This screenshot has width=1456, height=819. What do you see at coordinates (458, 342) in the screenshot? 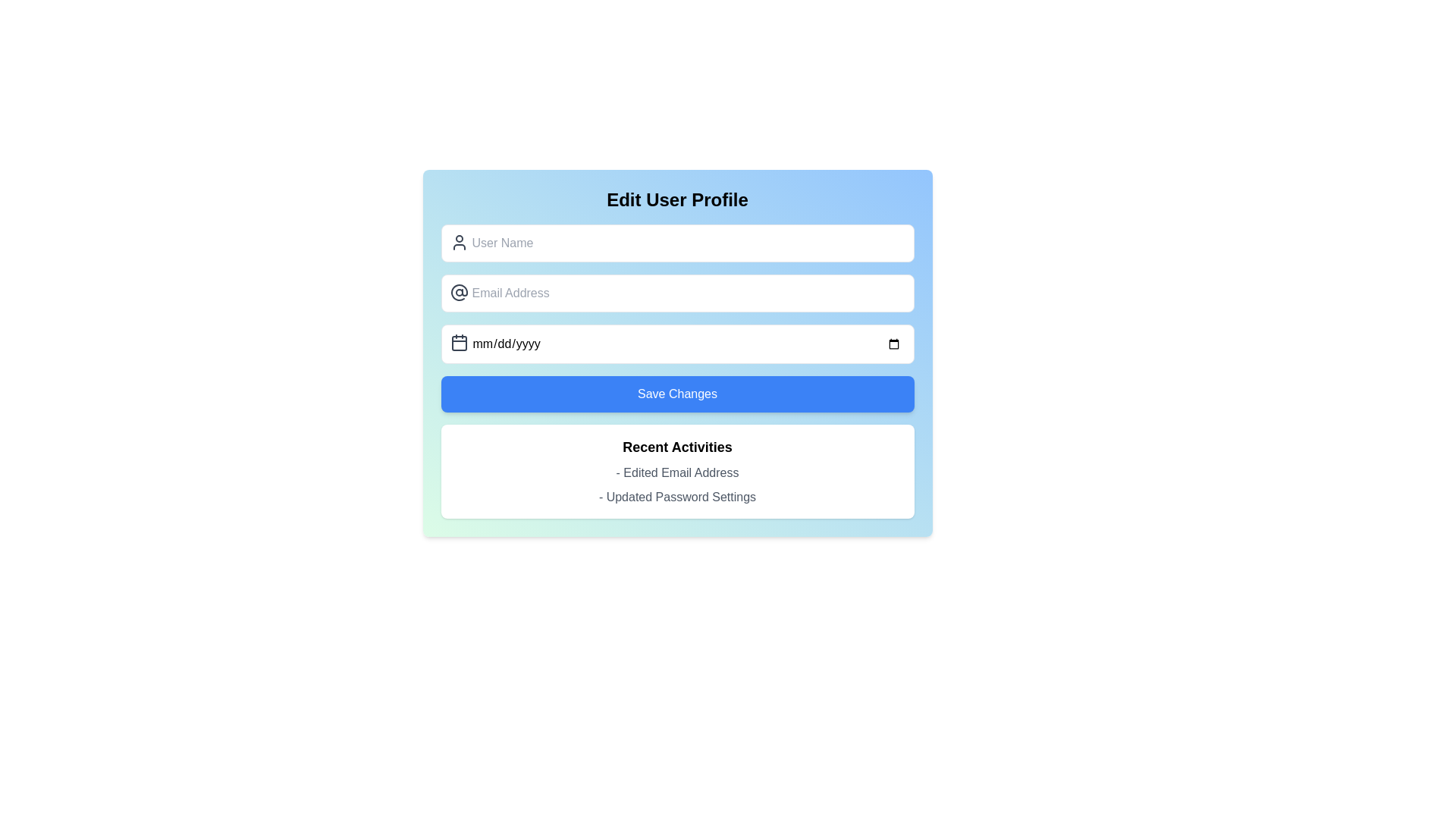
I see `the calendar icon, which serves as a visual indicator for the date input field in the user profile editing form` at bounding box center [458, 342].